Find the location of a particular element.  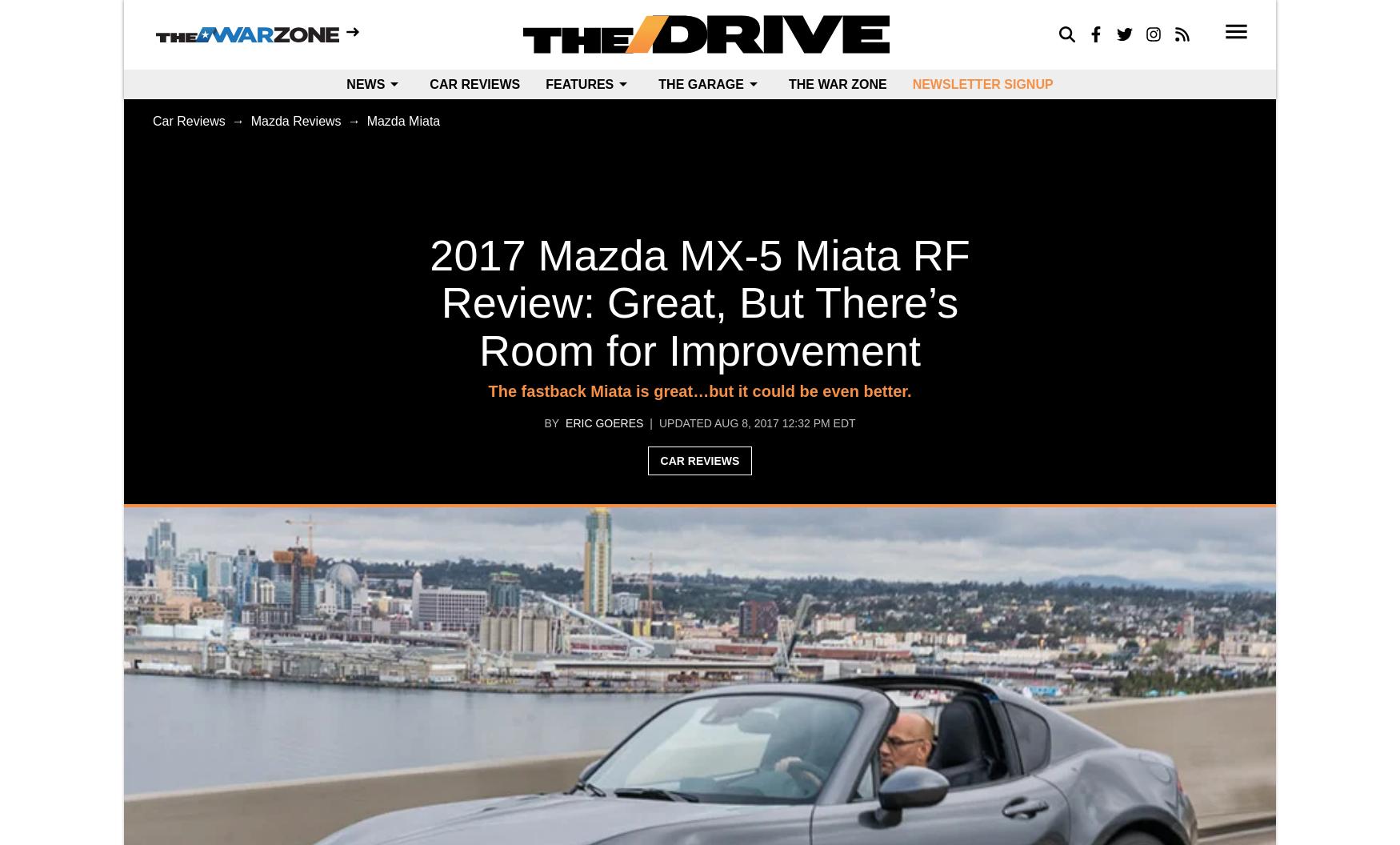

'2017 Mazda MX-5 Miata RF Review: Great, But There’s Room for Improvement' is located at coordinates (429, 302).